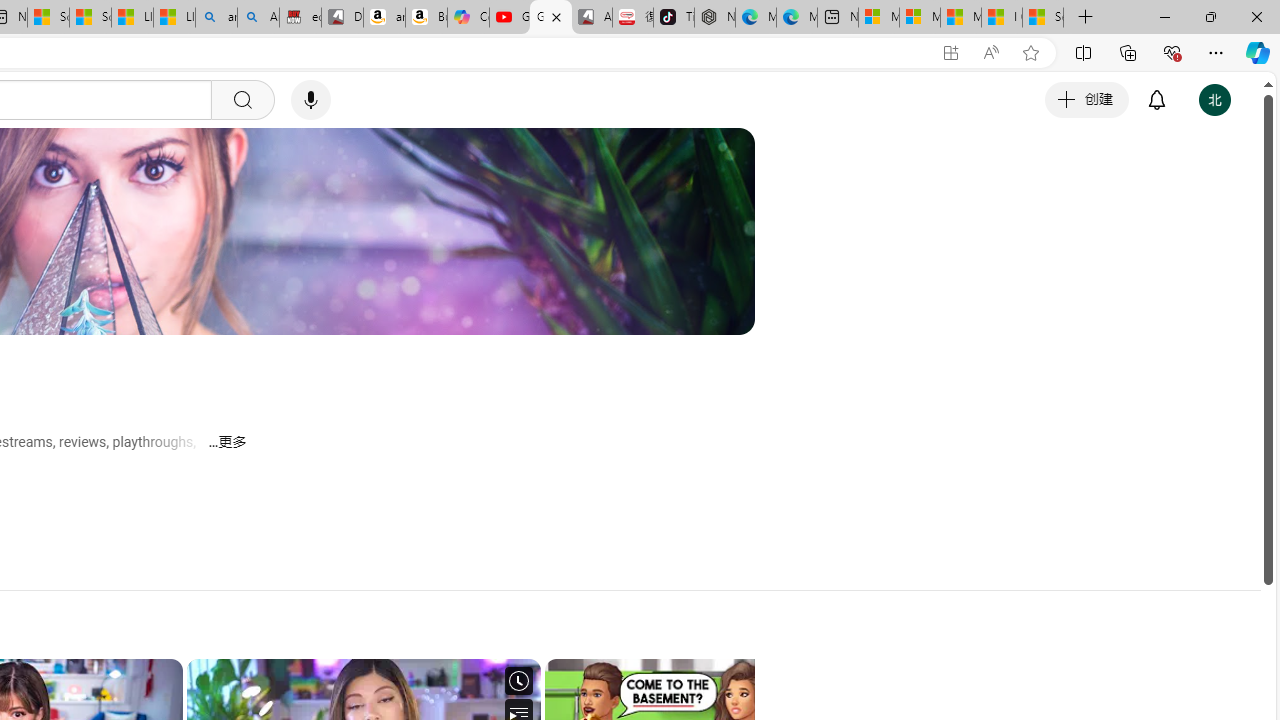  What do you see at coordinates (714, 17) in the screenshot?
I see `'Nordace - Best Sellers'` at bounding box center [714, 17].